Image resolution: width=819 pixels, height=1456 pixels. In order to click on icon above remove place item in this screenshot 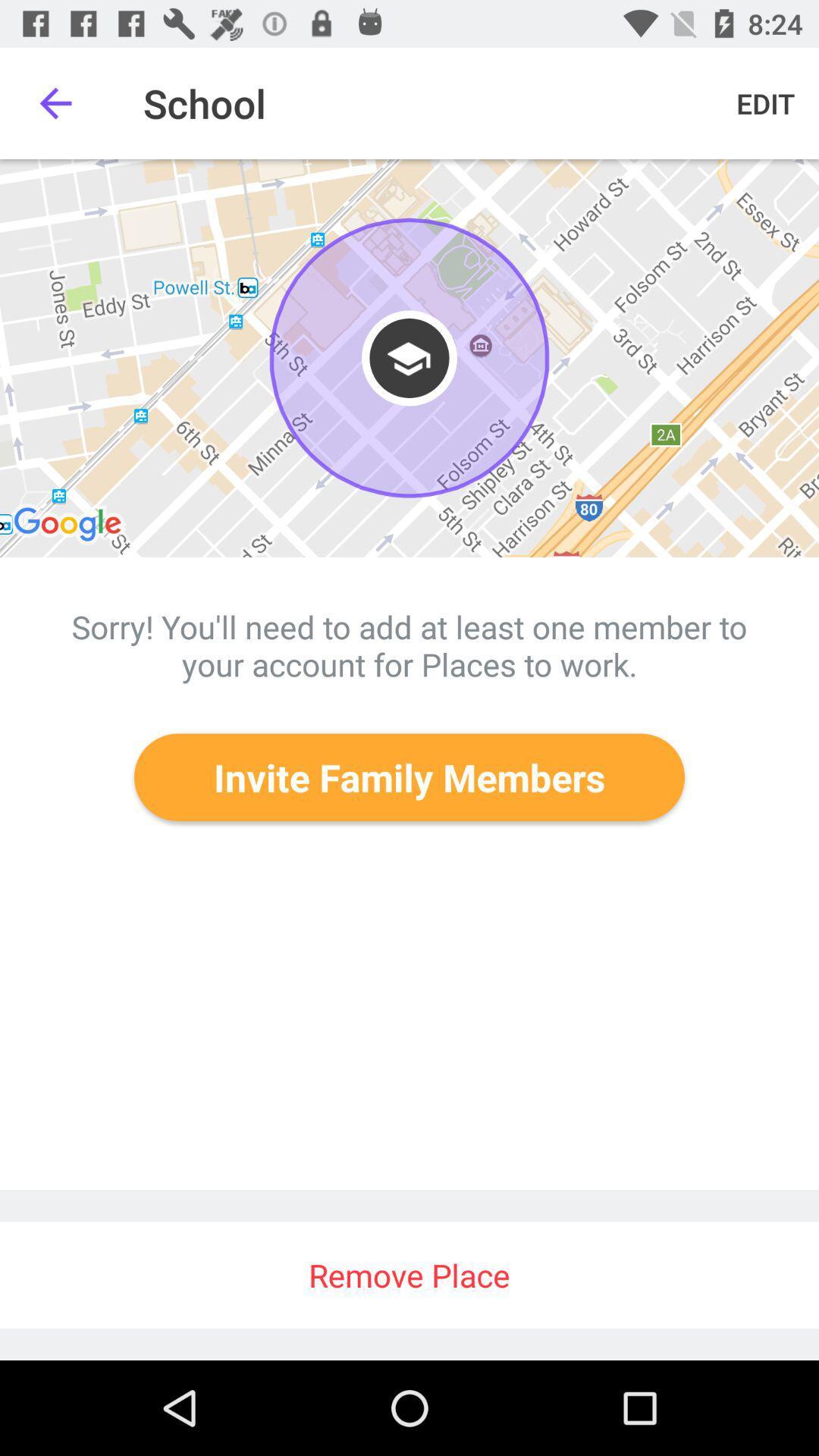, I will do `click(409, 777)`.